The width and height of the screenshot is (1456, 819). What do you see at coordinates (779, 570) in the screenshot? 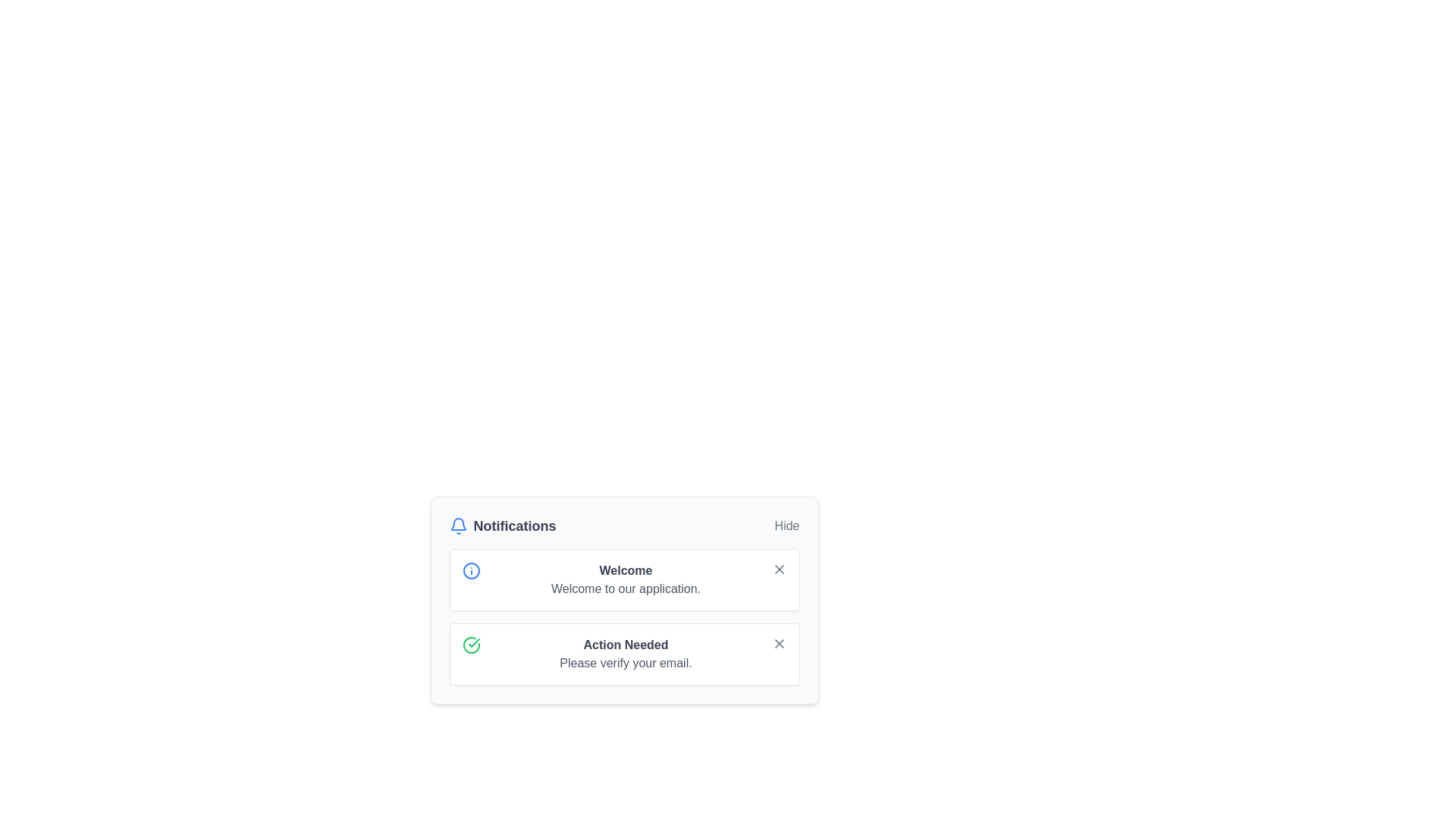
I see `the close button located to the right of the text 'Welcome Welcome to our application.'` at bounding box center [779, 570].